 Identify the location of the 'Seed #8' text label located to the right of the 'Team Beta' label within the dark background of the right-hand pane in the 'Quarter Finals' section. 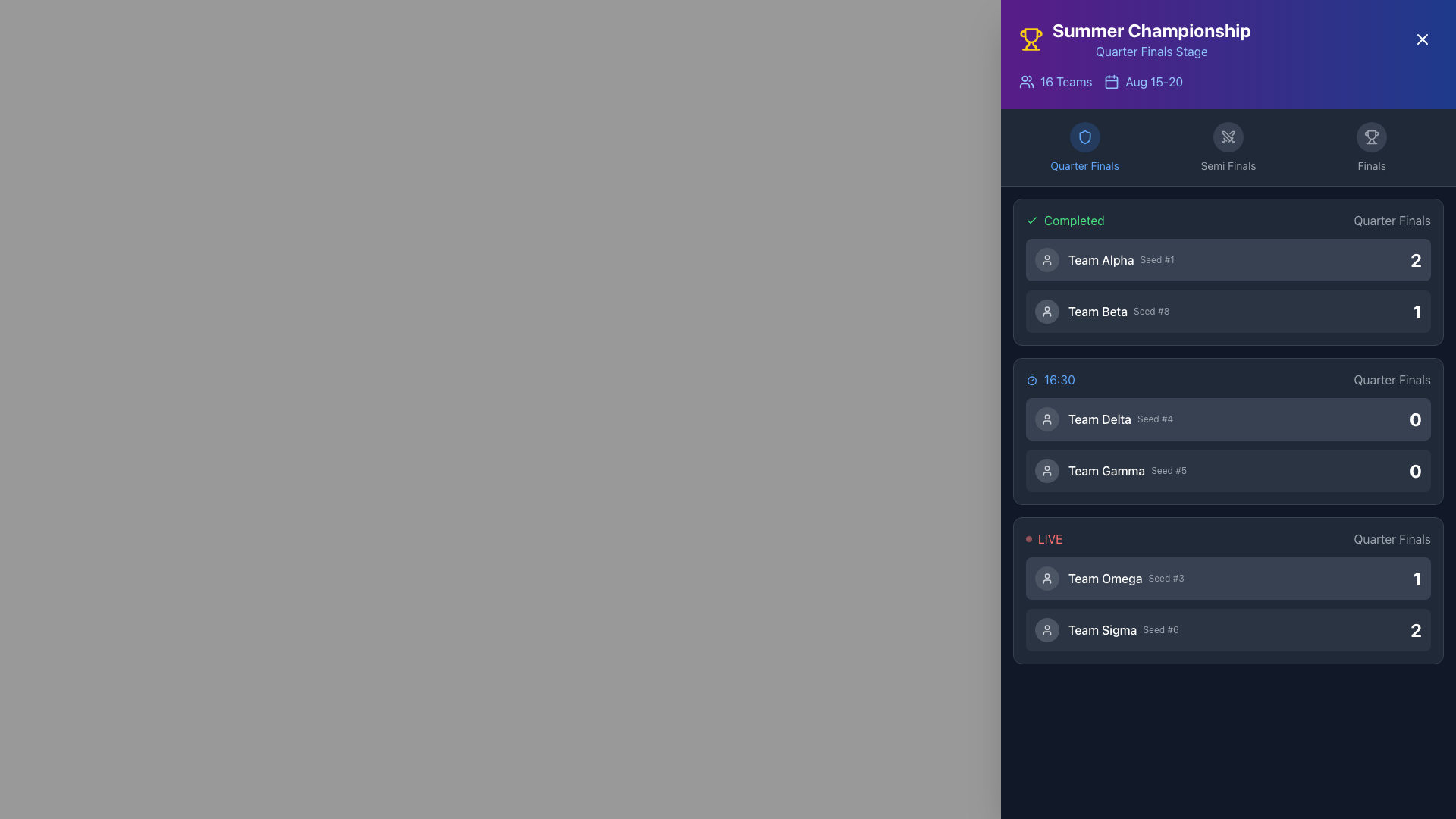
(1151, 311).